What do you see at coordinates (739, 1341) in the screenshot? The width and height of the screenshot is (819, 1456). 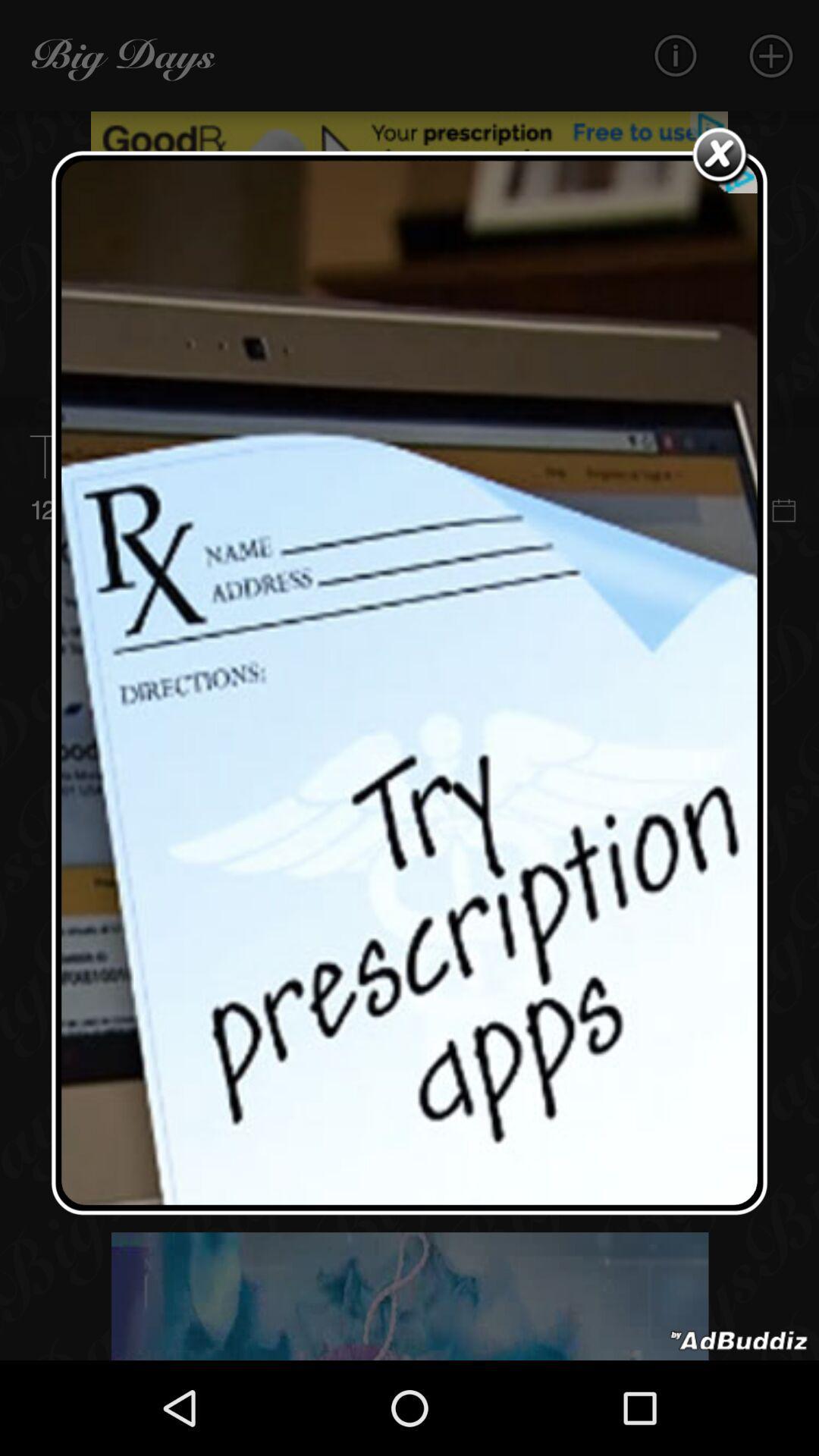 I see `advertisement portion` at bounding box center [739, 1341].